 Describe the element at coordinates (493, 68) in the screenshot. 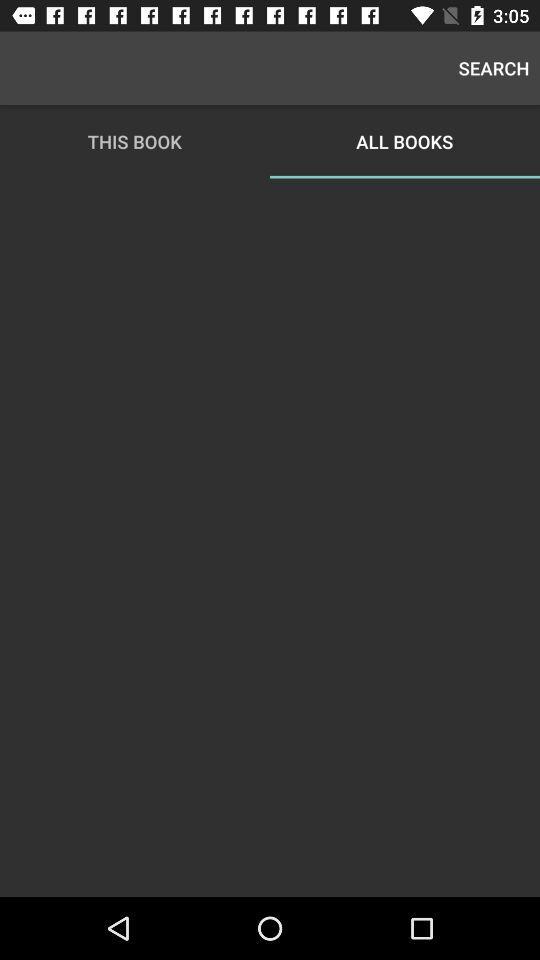

I see `the search` at that location.